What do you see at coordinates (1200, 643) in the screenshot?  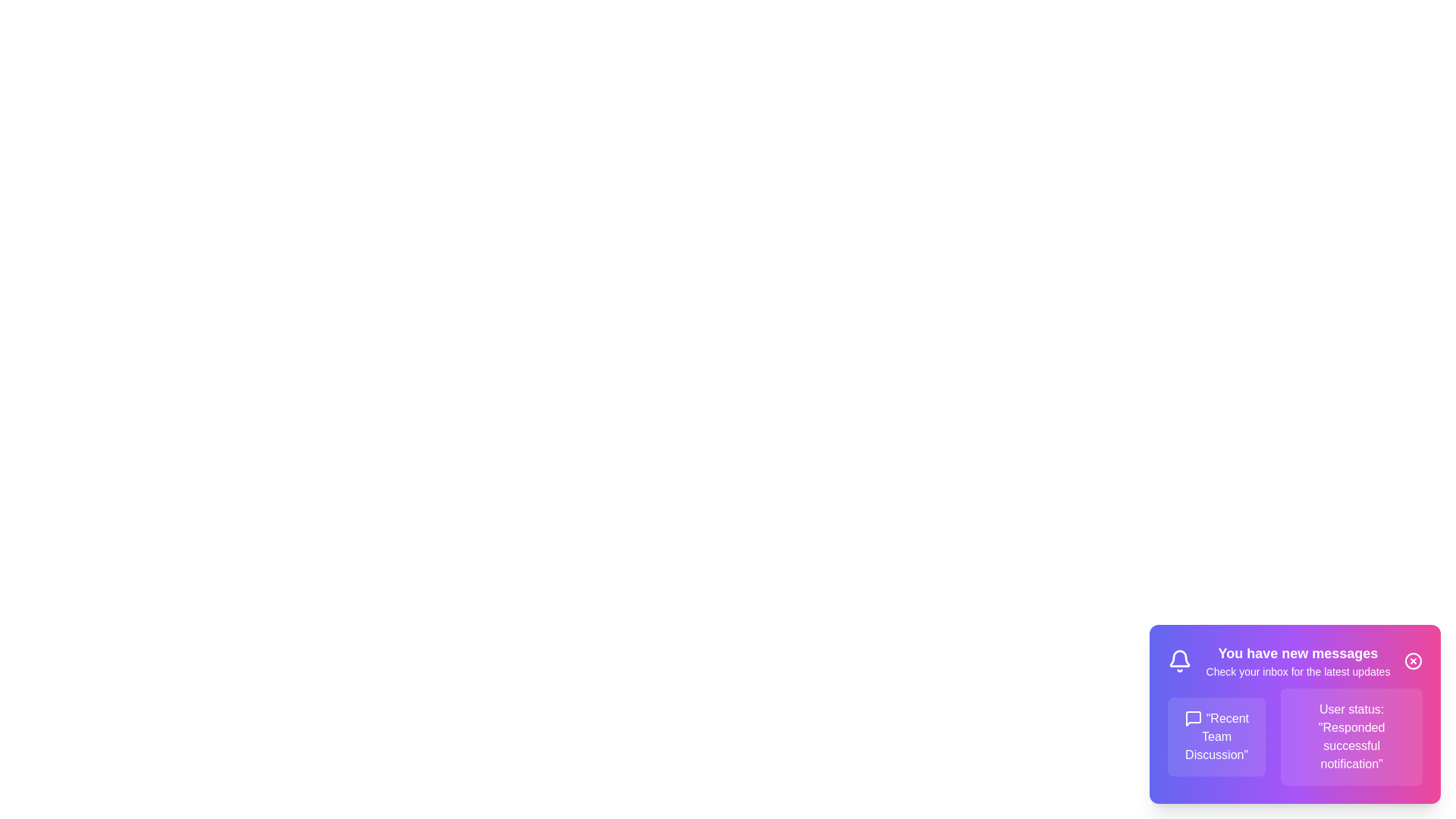 I see `the notification text and copy it to the clipboard` at bounding box center [1200, 643].